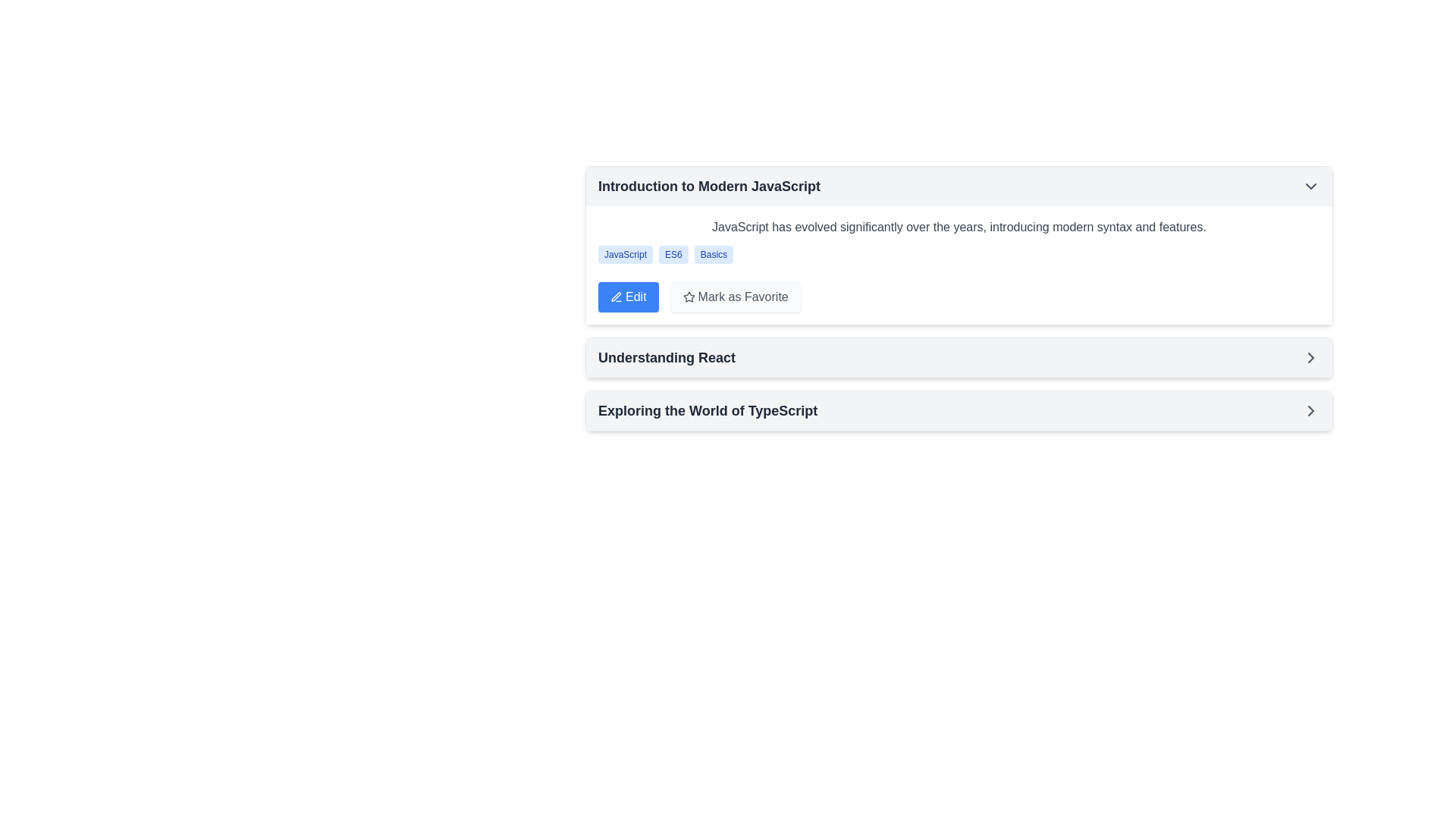  I want to click on the star-shaped icon with a hollow, outlined appearance located within the 'Mark as Favorite' button, which is positioned immediately to the right of the blue 'Edit' button, so click(687, 297).